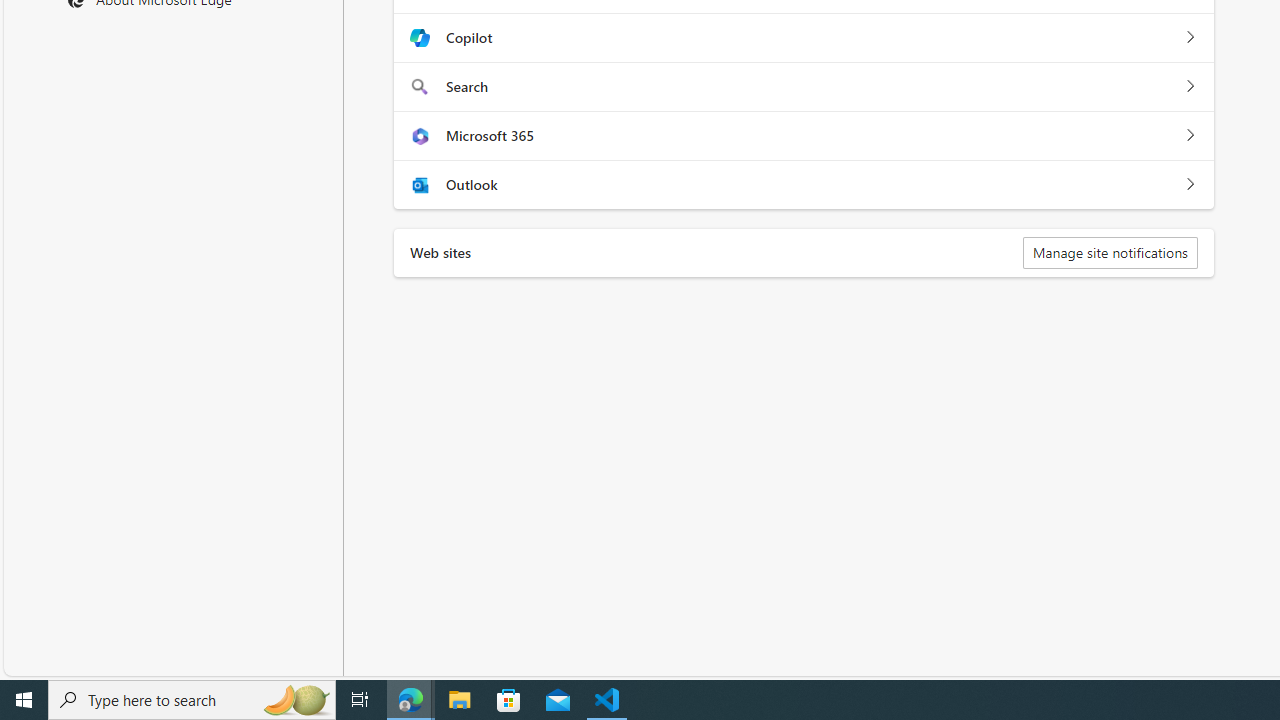  What do you see at coordinates (1108, 252) in the screenshot?
I see `'Manage site notifications'` at bounding box center [1108, 252].